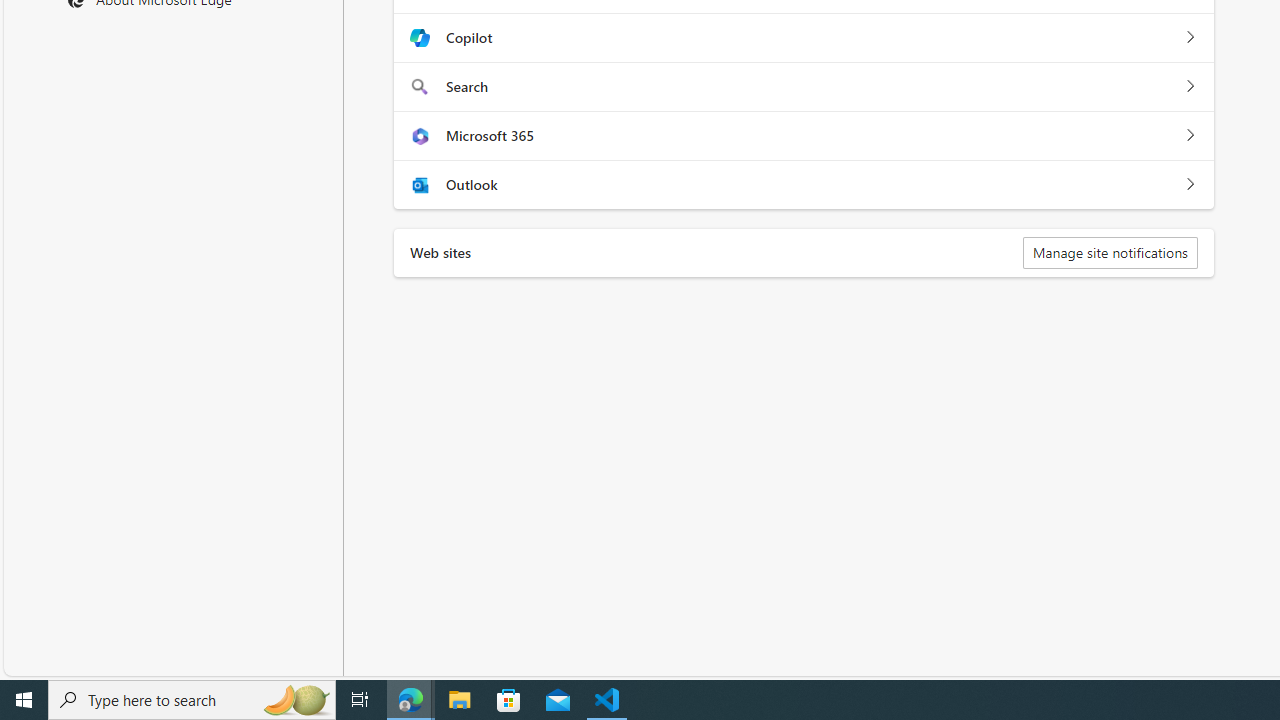  What do you see at coordinates (1108, 252) in the screenshot?
I see `'Manage site notifications'` at bounding box center [1108, 252].